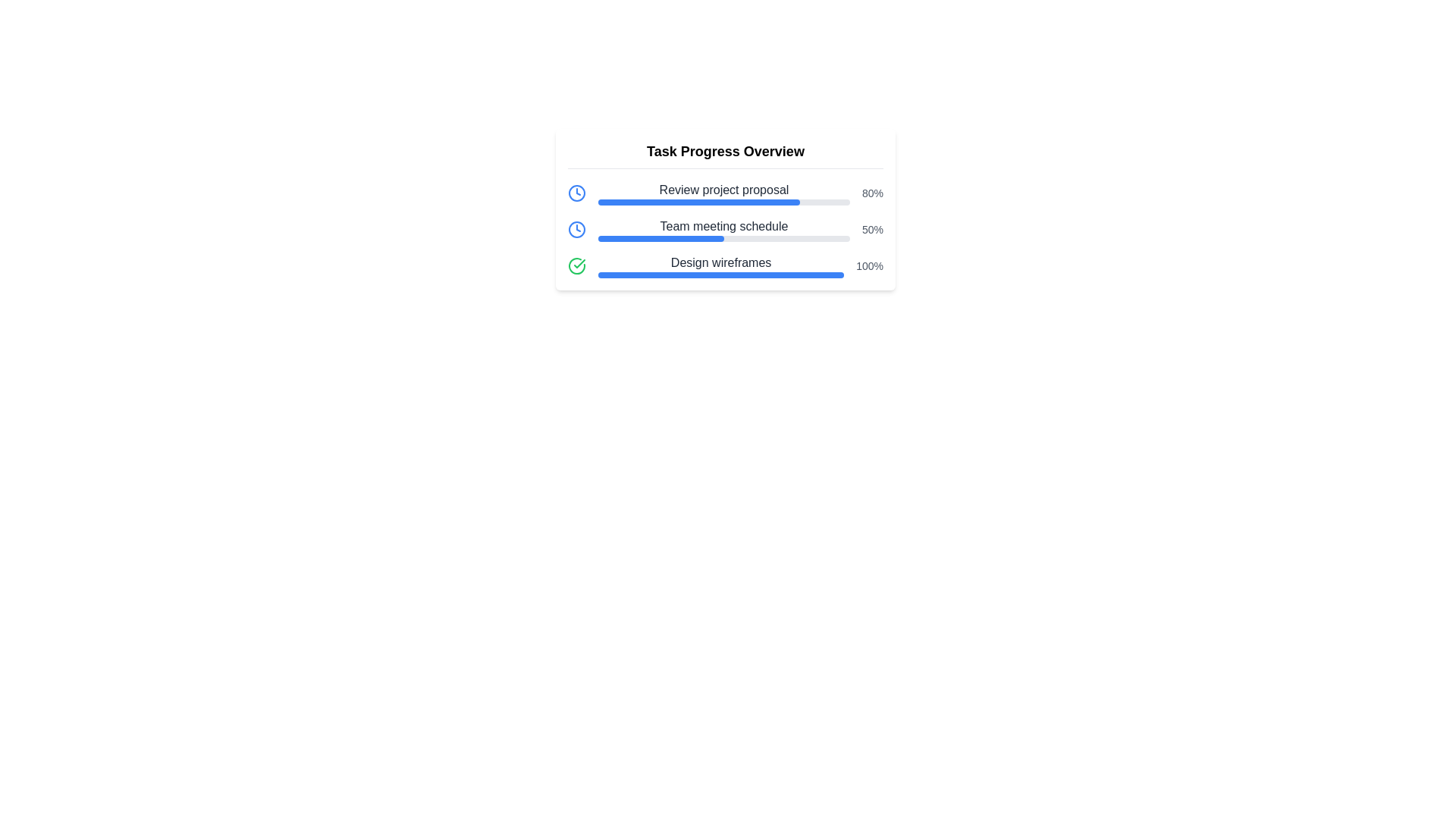 The height and width of the screenshot is (819, 1456). Describe the element at coordinates (698, 201) in the screenshot. I see `the blue progress bar that is styled with a gradient or solid blue color filling 80% of its width, located in the 'Task Progress Overview' section beneath the text 'Review project proposal'` at that location.